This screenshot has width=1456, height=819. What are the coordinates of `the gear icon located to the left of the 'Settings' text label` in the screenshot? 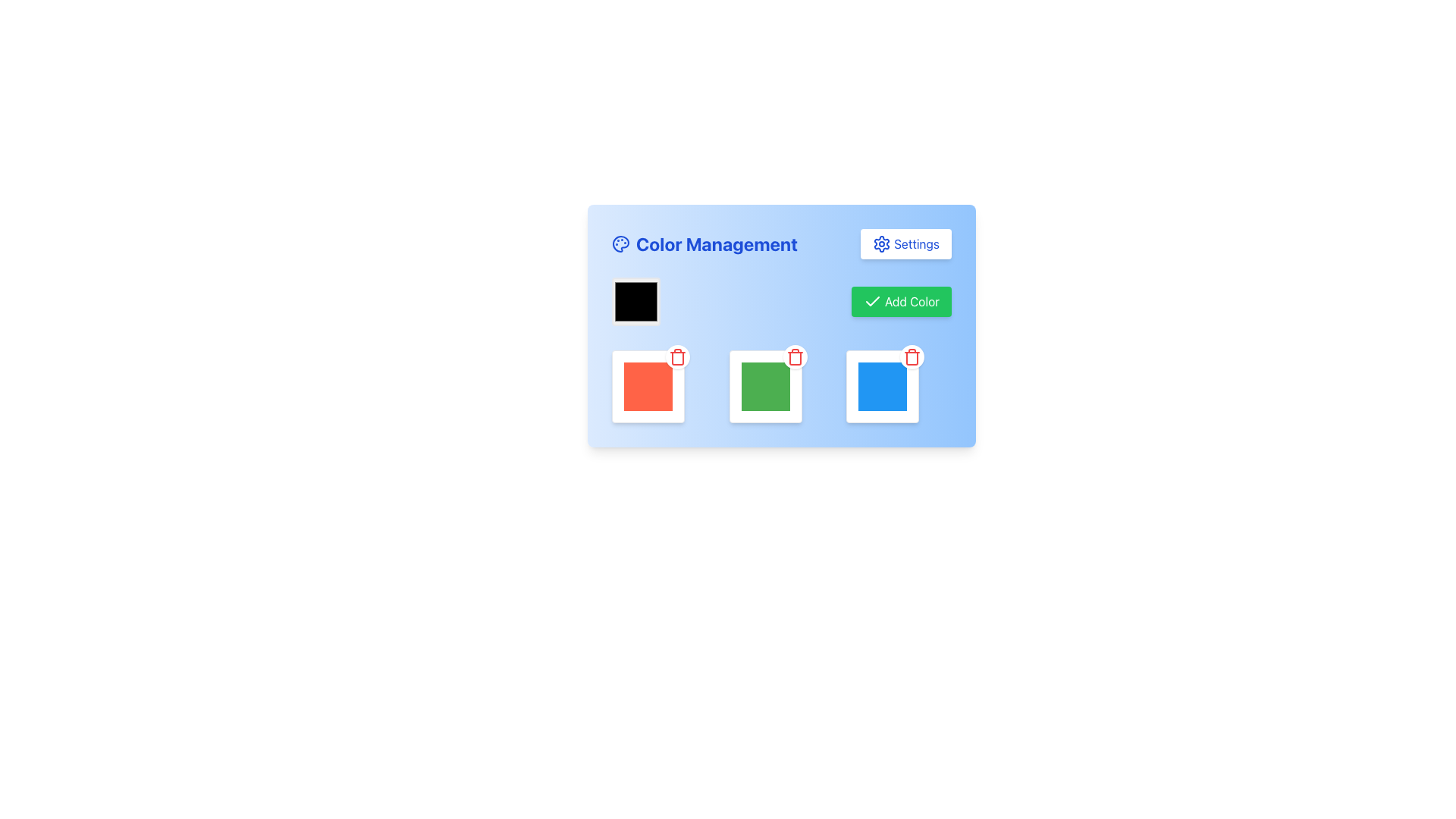 It's located at (882, 243).